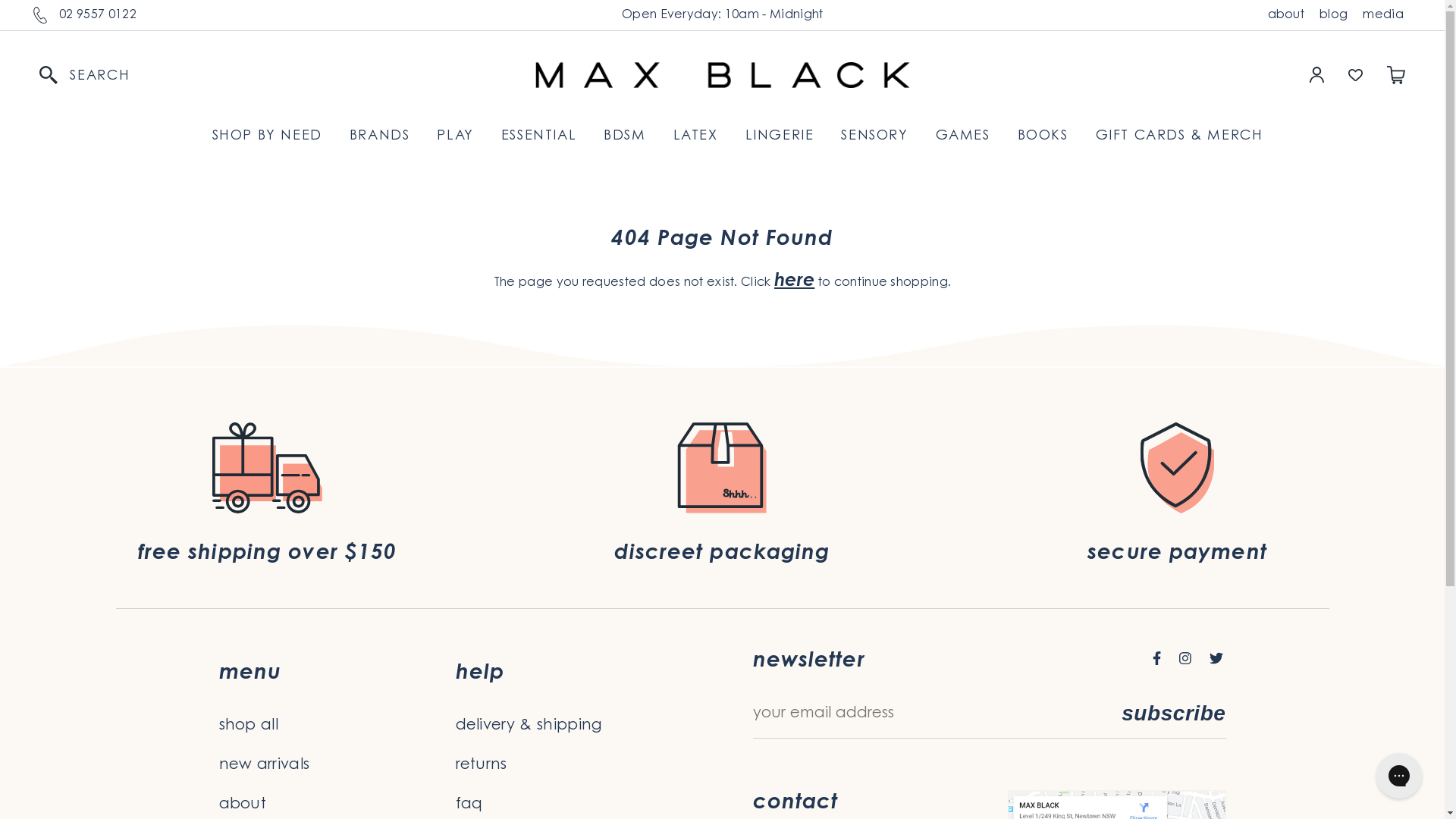 This screenshot has height=819, width=1456. I want to click on 'GIFT CARDS & MERCH', so click(1095, 136).